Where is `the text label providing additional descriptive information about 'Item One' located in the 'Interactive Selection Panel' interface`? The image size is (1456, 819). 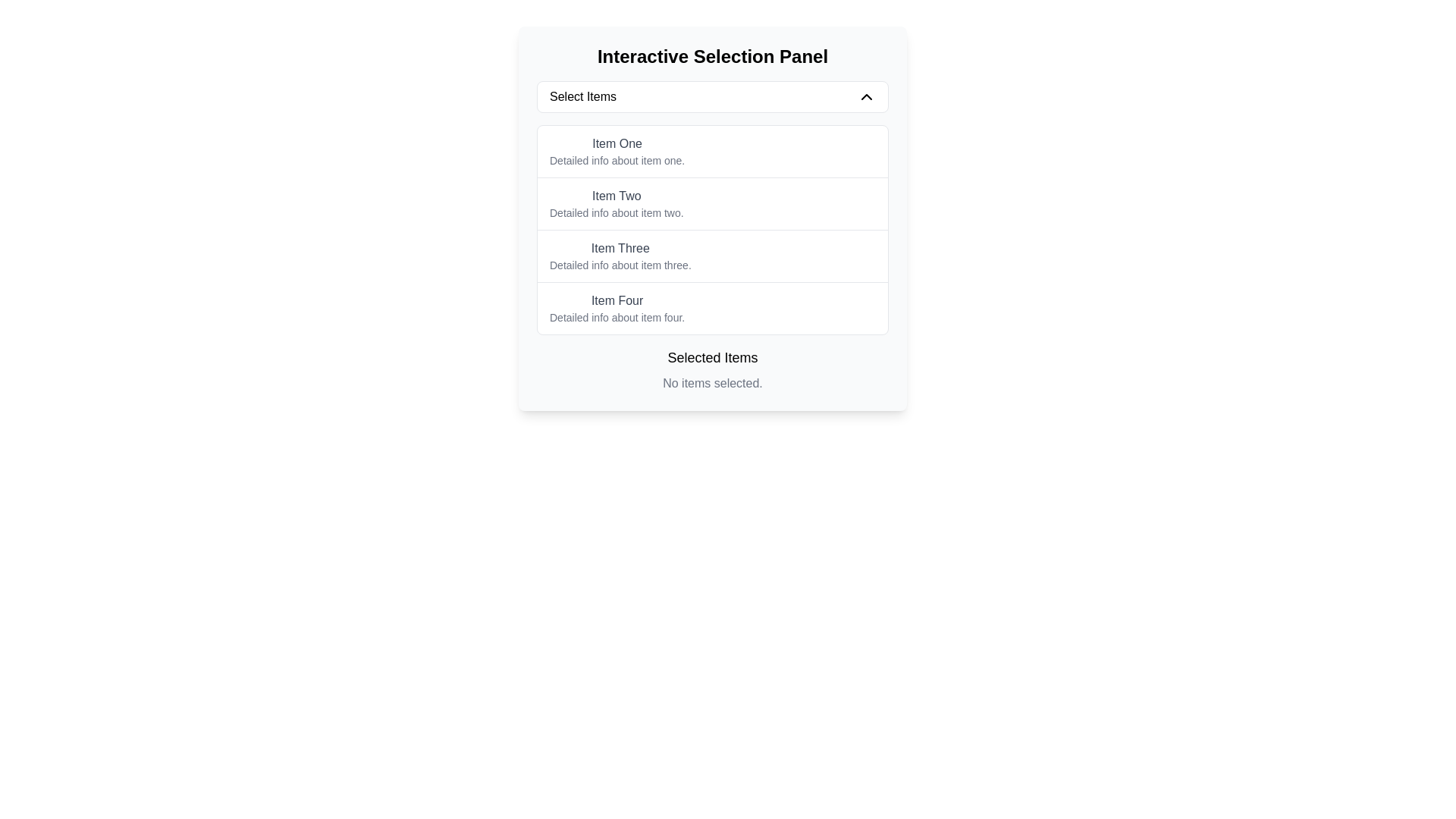 the text label providing additional descriptive information about 'Item One' located in the 'Interactive Selection Panel' interface is located at coordinates (617, 161).